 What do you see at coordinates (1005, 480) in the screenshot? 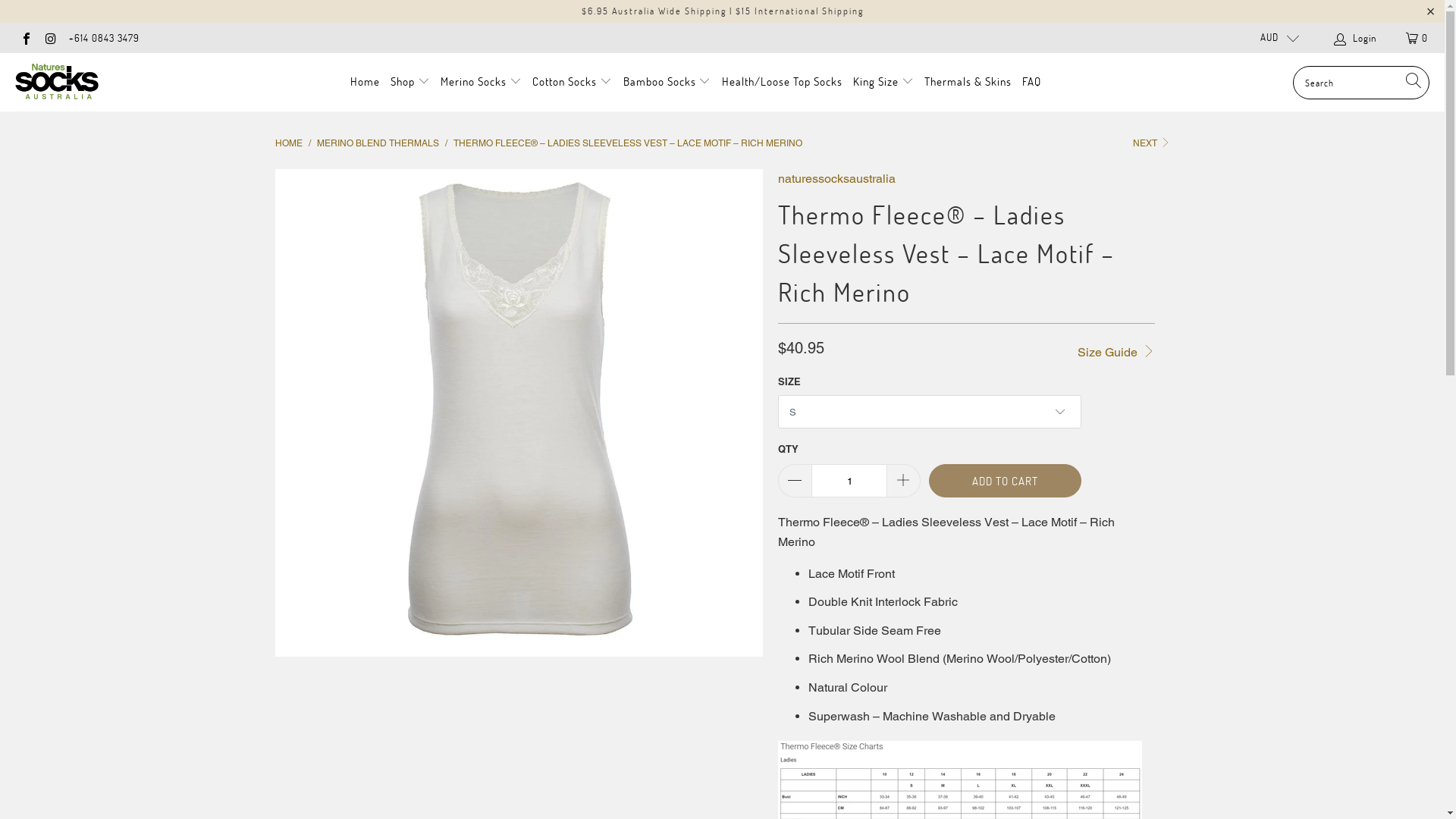
I see `'ADD TO CART'` at bounding box center [1005, 480].